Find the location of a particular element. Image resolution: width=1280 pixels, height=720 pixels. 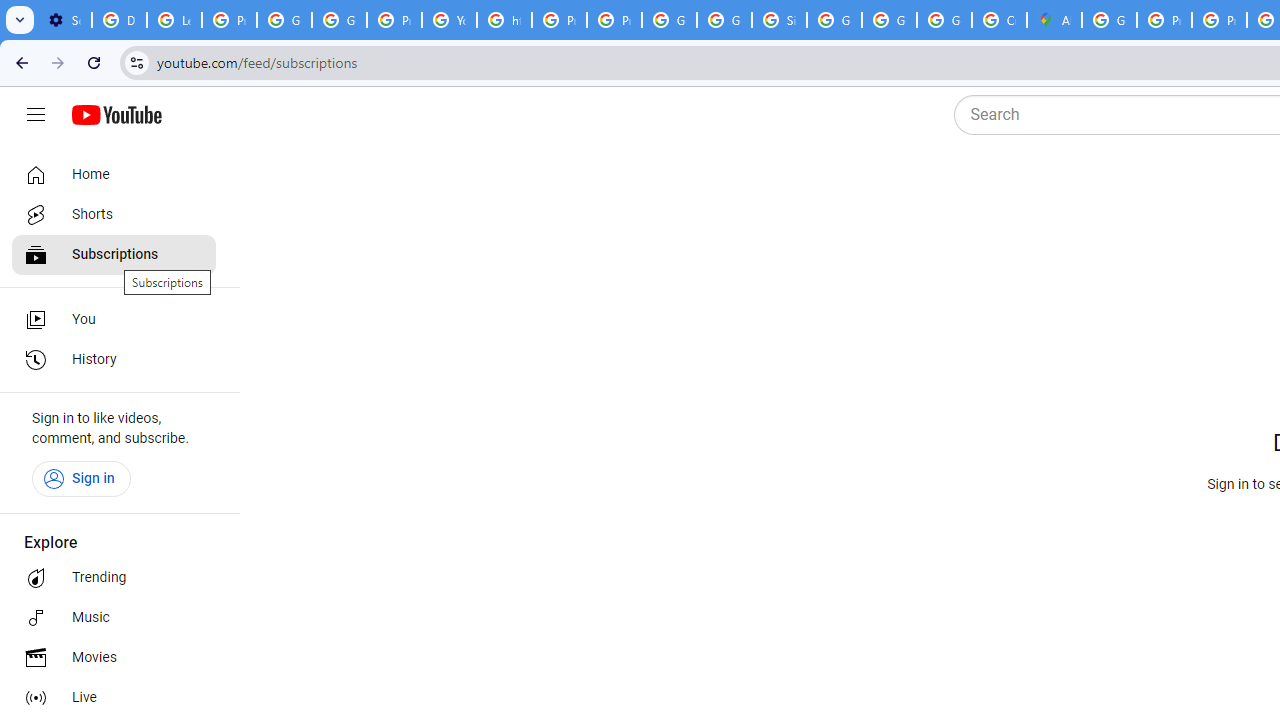

'Subscriptions' is located at coordinates (112, 253).